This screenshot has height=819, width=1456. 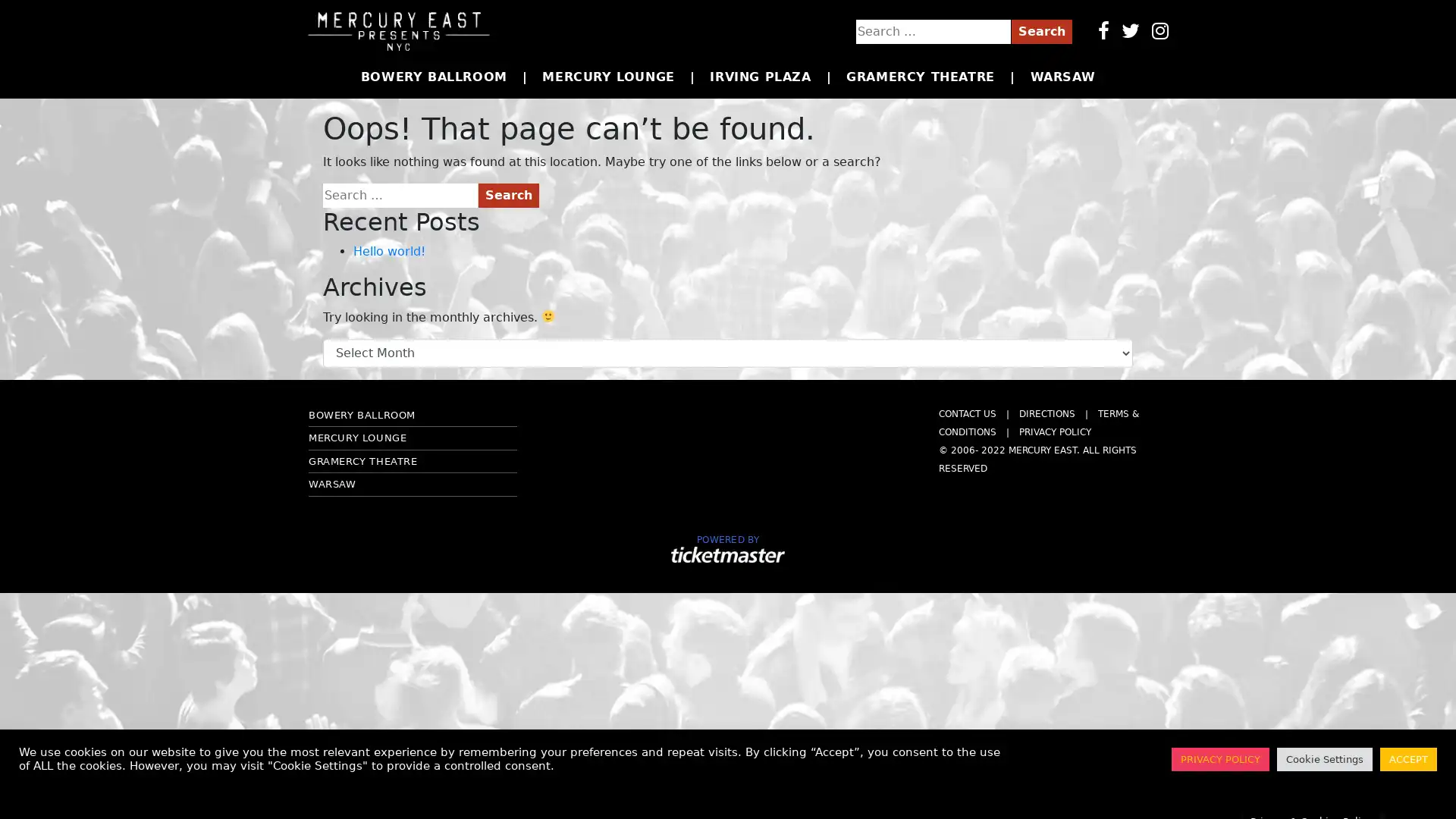 I want to click on Search, so click(x=509, y=194).